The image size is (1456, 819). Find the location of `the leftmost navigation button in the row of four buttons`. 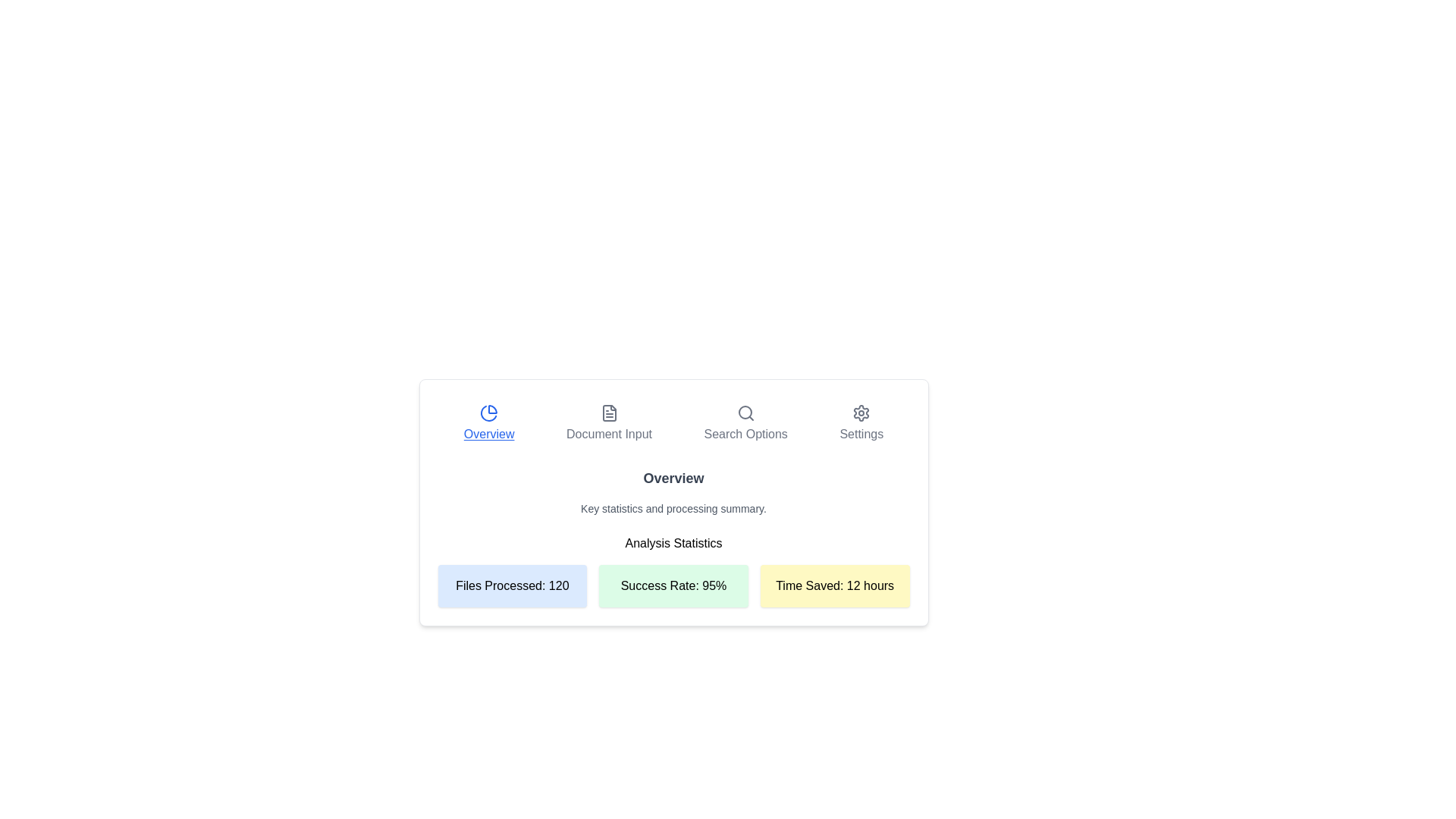

the leftmost navigation button in the row of four buttons is located at coordinates (489, 424).